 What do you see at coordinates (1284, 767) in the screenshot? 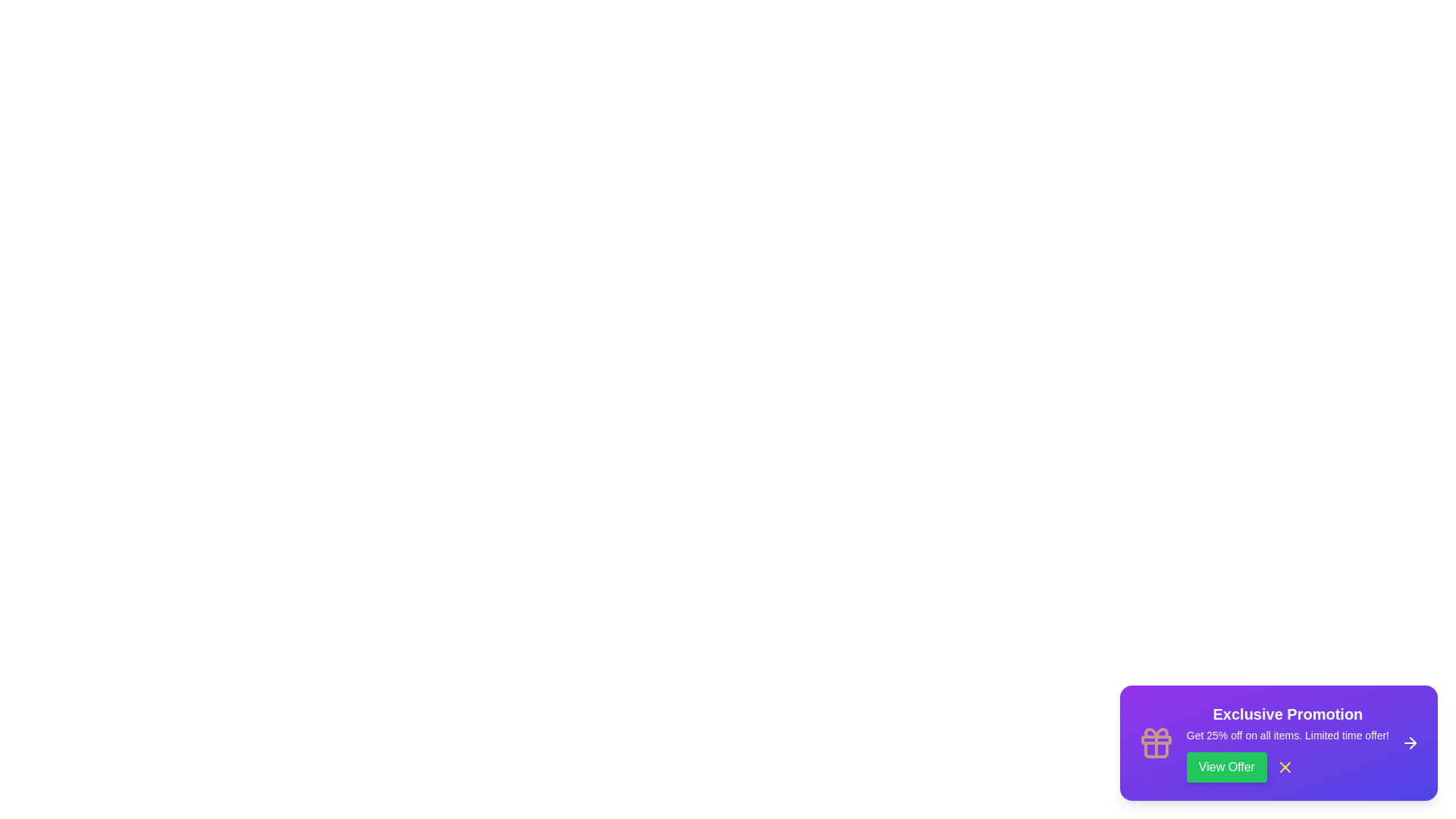
I see `the close button (X) to dismiss the snackbar` at bounding box center [1284, 767].